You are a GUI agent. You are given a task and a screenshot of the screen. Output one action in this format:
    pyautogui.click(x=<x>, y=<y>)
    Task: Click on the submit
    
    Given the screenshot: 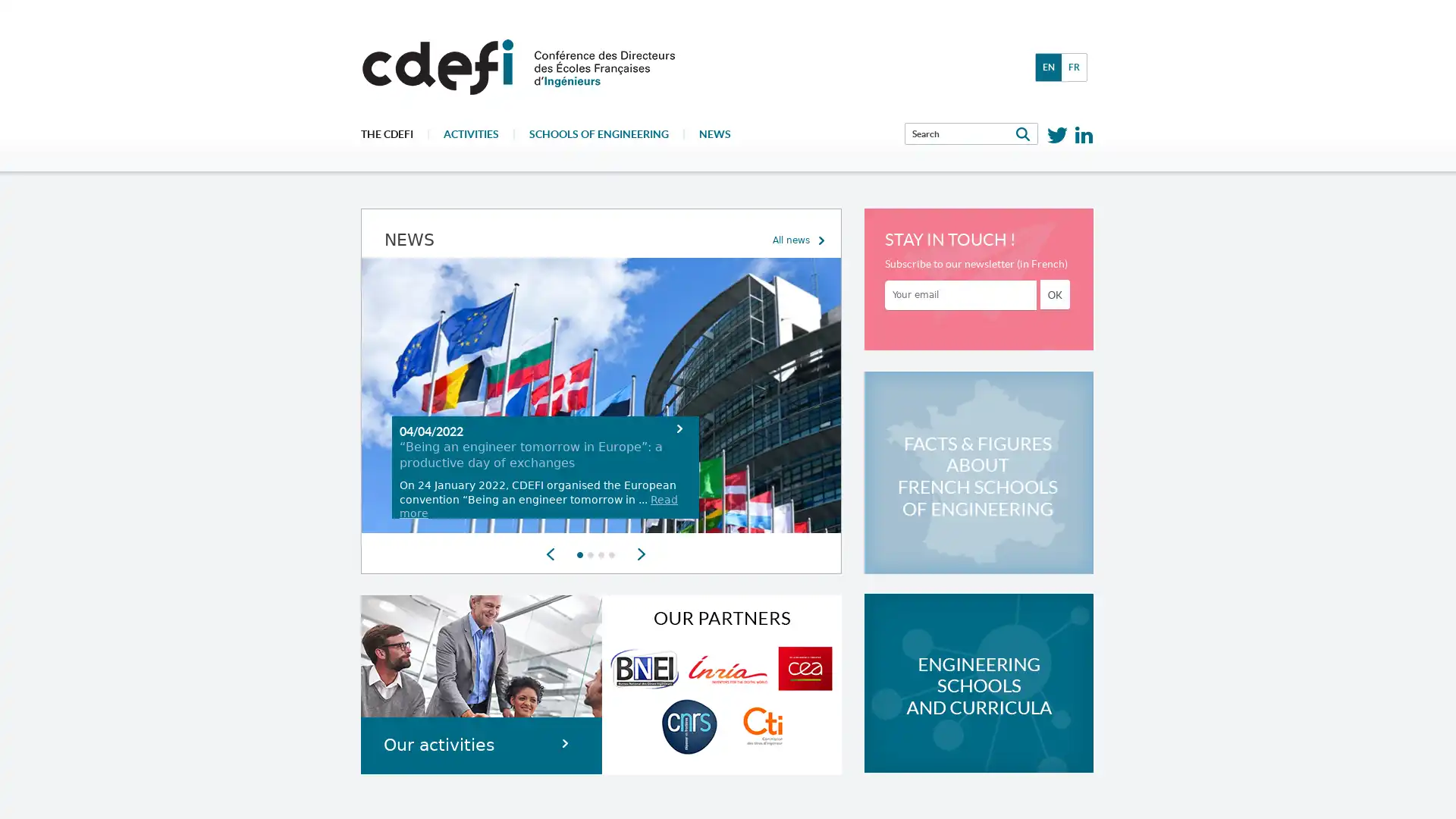 What is the action you would take?
    pyautogui.click(x=1054, y=295)
    